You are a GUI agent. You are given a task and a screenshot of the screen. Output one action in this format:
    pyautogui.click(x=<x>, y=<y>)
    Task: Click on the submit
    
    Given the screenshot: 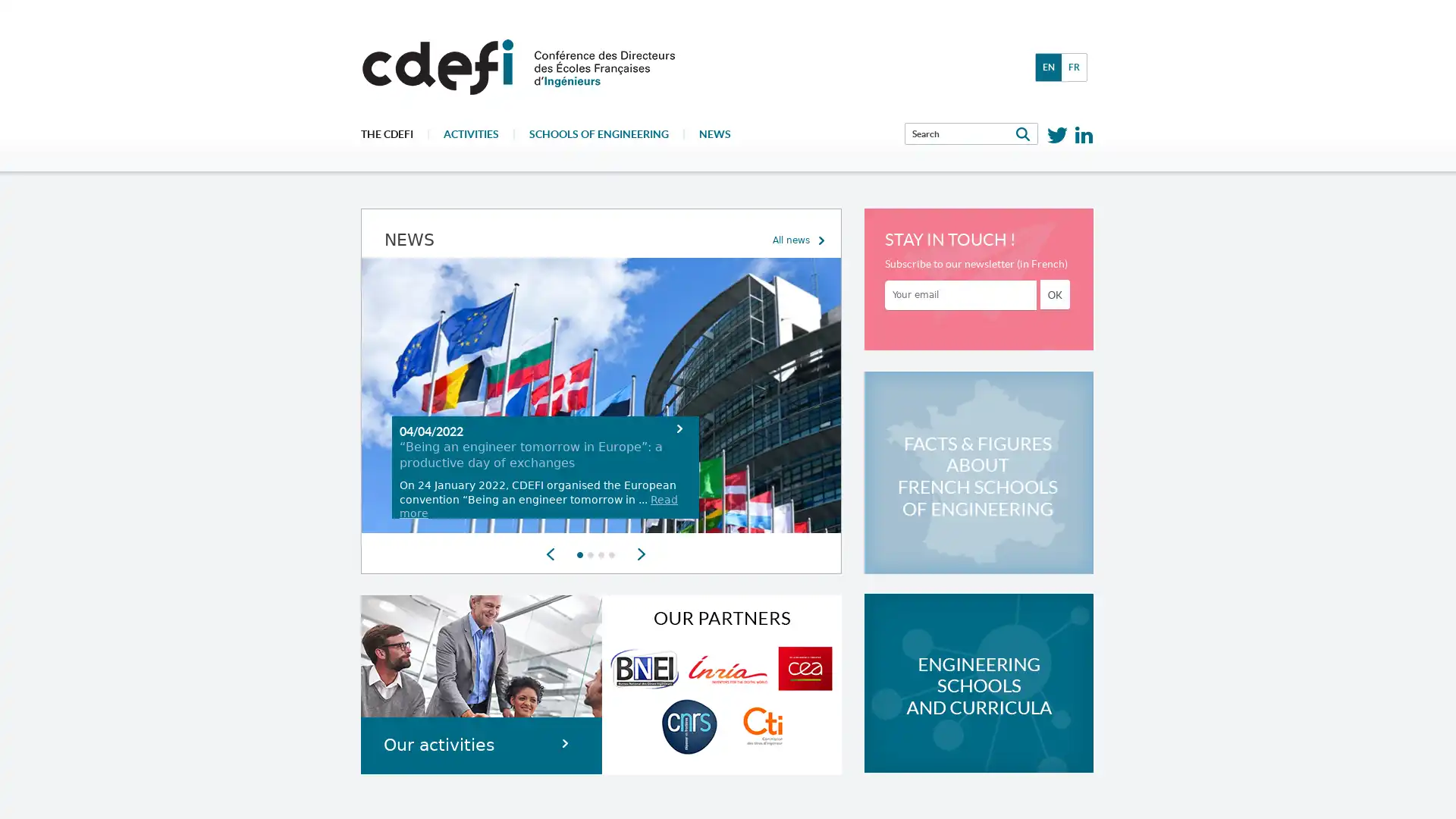 What is the action you would take?
    pyautogui.click(x=1054, y=295)
    